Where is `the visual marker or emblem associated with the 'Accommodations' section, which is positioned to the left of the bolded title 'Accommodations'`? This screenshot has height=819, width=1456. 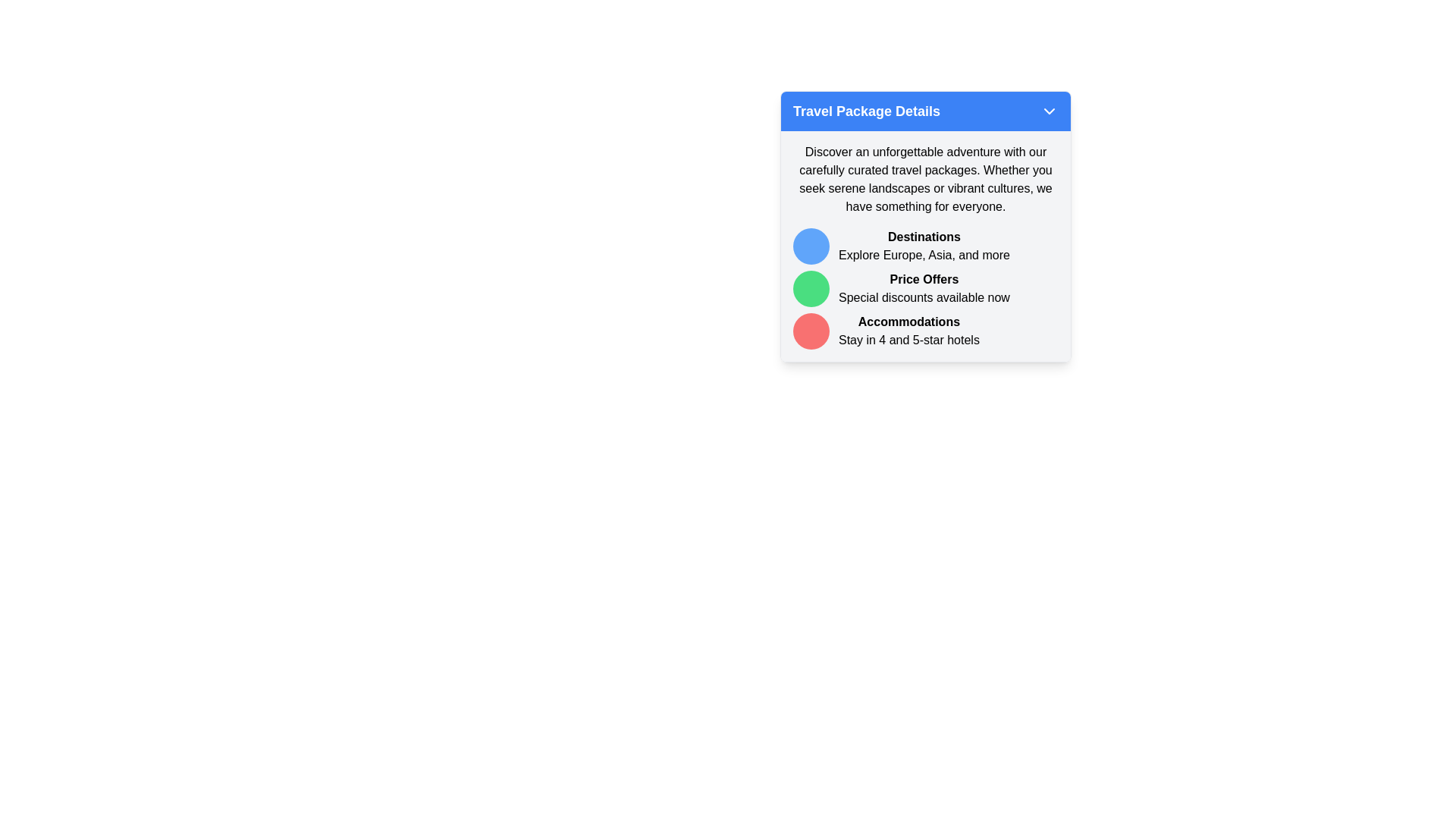
the visual marker or emblem associated with the 'Accommodations' section, which is positioned to the left of the bolded title 'Accommodations' is located at coordinates (811, 330).